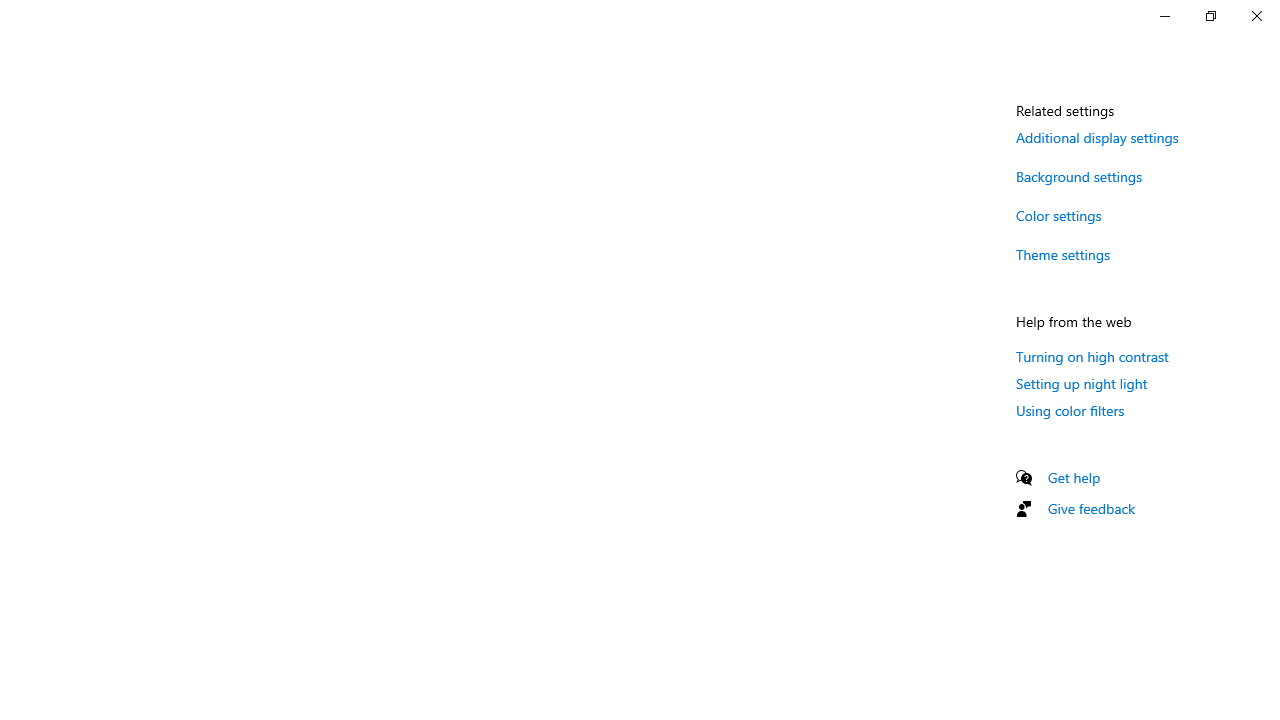  What do you see at coordinates (1069, 409) in the screenshot?
I see `'Using color filters'` at bounding box center [1069, 409].